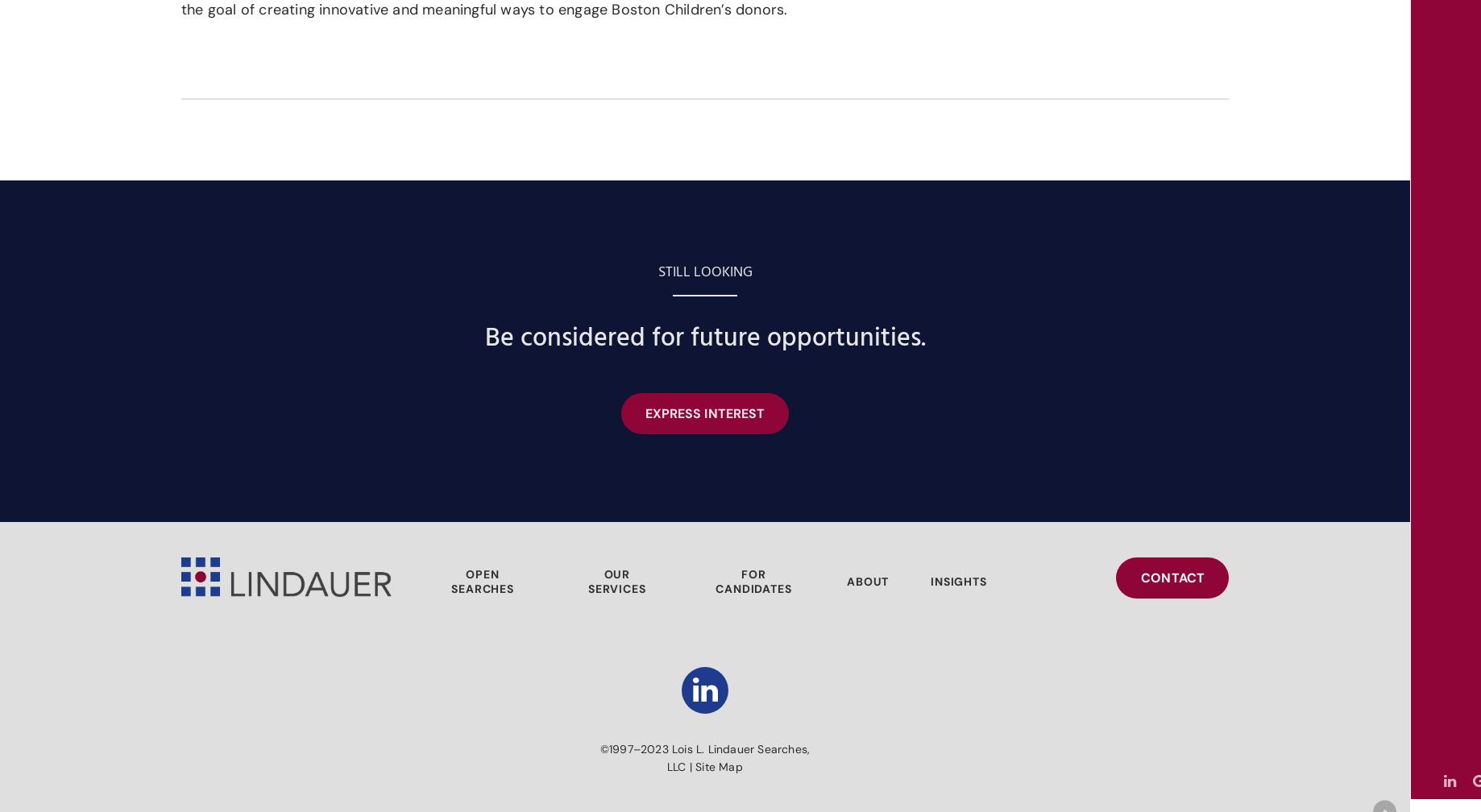  Describe the element at coordinates (867, 582) in the screenshot. I see `'ABOUT'` at that location.